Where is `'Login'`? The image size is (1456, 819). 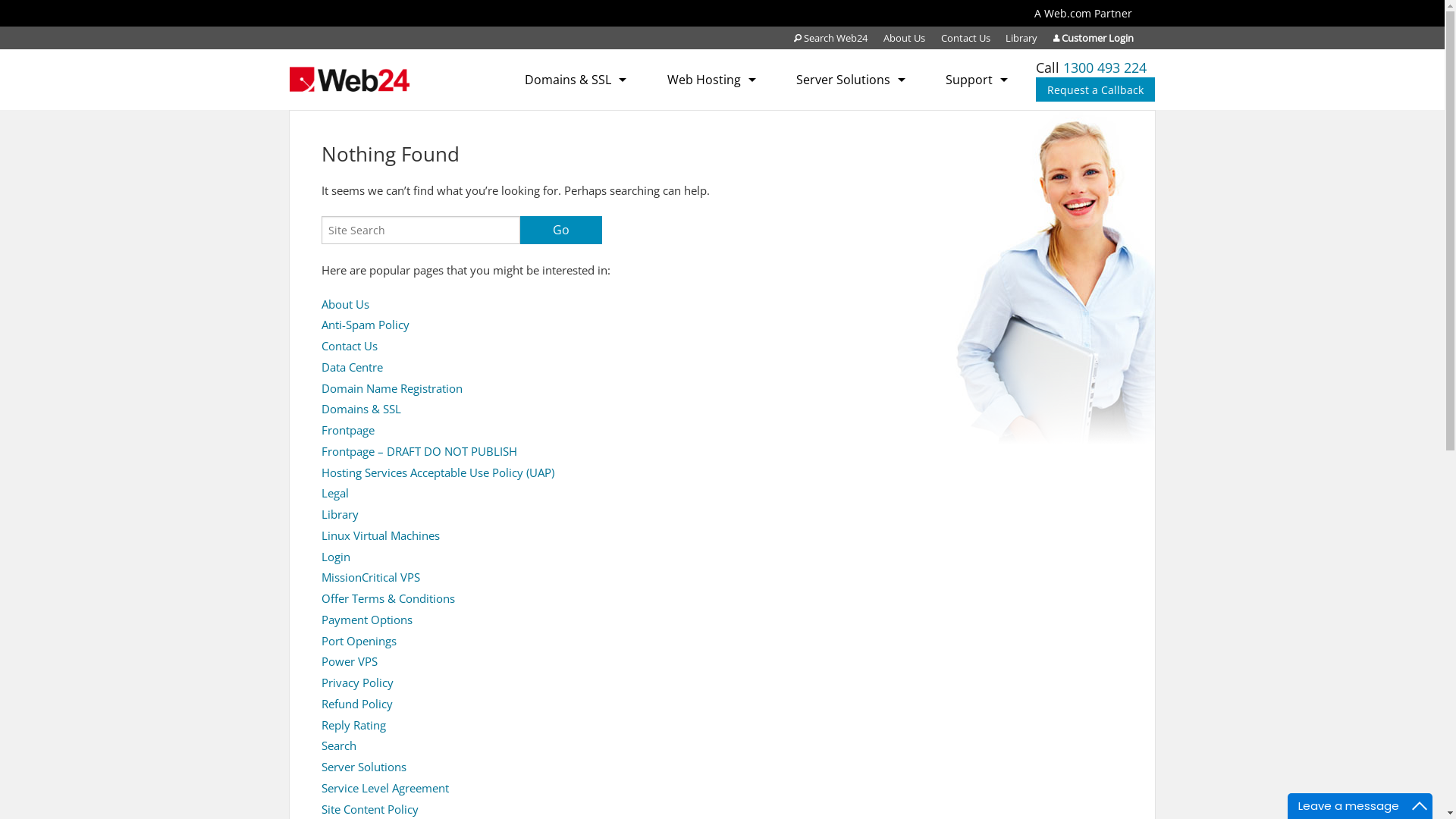 'Login' is located at coordinates (334, 557).